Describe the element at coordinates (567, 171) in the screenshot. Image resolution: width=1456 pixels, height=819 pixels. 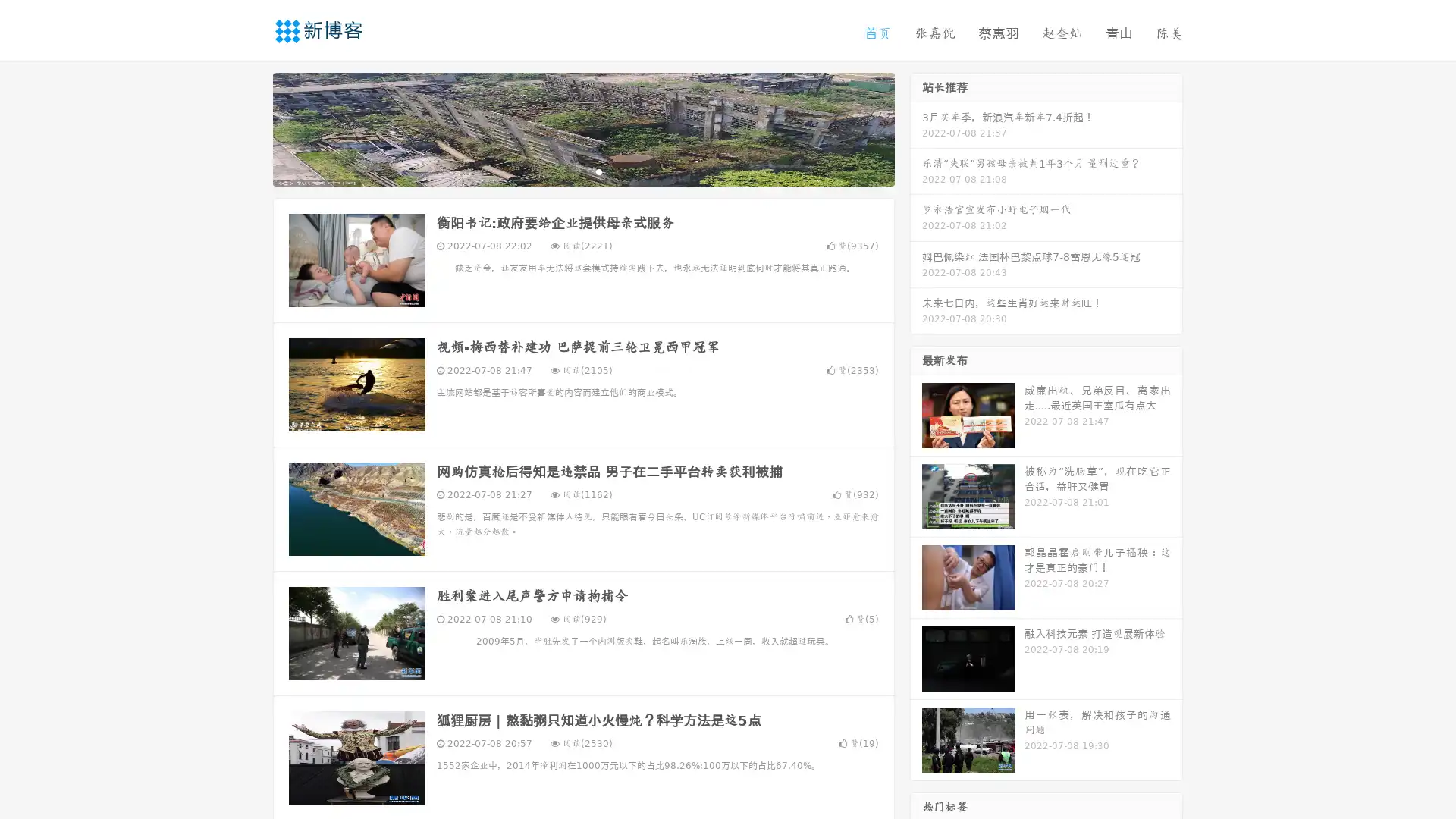
I see `Go to slide 1` at that location.